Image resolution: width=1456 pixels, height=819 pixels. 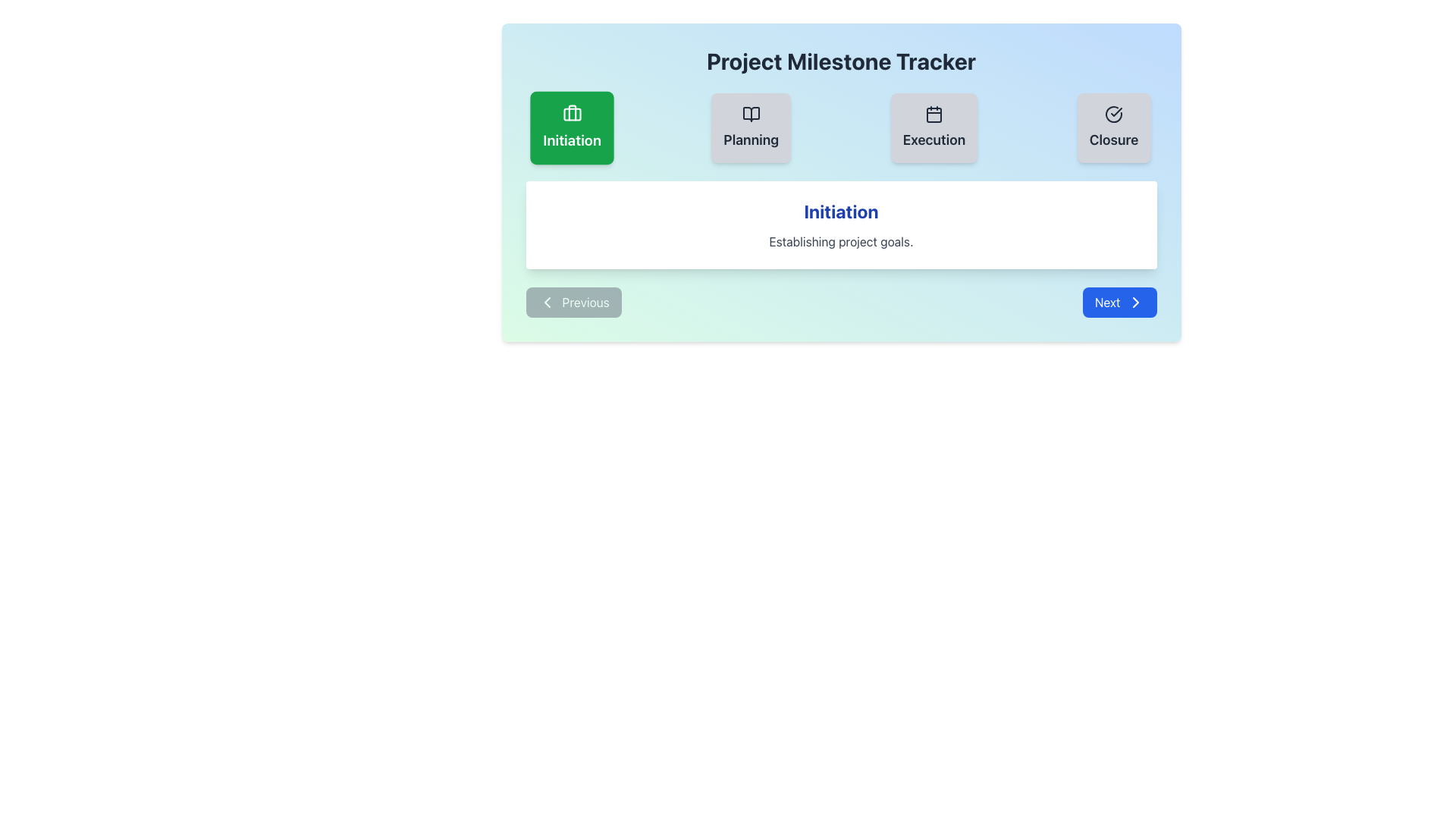 What do you see at coordinates (1135, 302) in the screenshot?
I see `the chevron-right icon located within the 'Next' button at the bottom-right corner of the interface` at bounding box center [1135, 302].